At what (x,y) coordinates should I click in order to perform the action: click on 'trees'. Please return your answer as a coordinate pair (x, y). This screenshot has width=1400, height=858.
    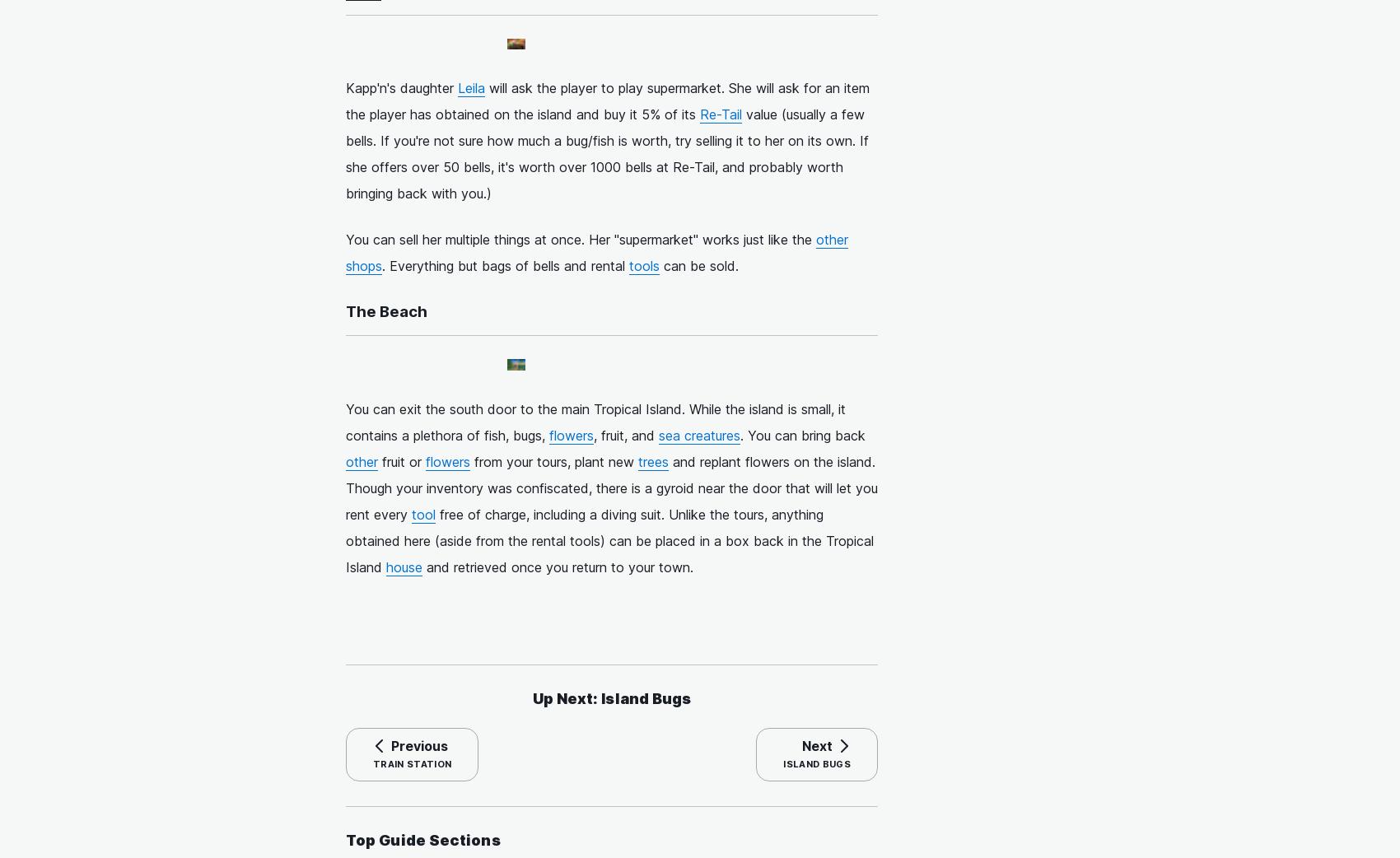
    Looking at the image, I should click on (652, 459).